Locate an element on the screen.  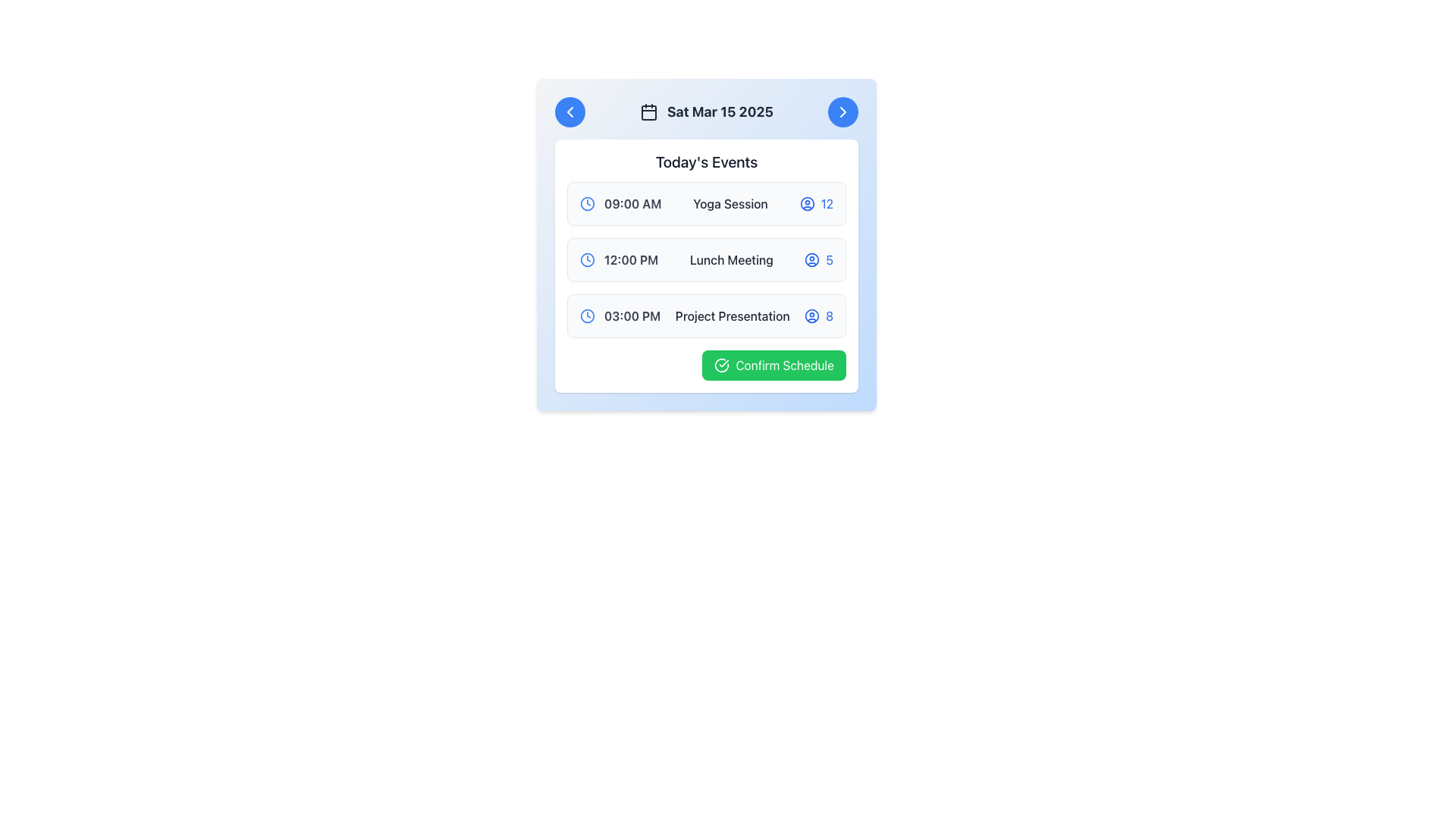
on the text label 'Project Presentation' which is located in the third entry of the events list under 'Today's Events' is located at coordinates (733, 315).